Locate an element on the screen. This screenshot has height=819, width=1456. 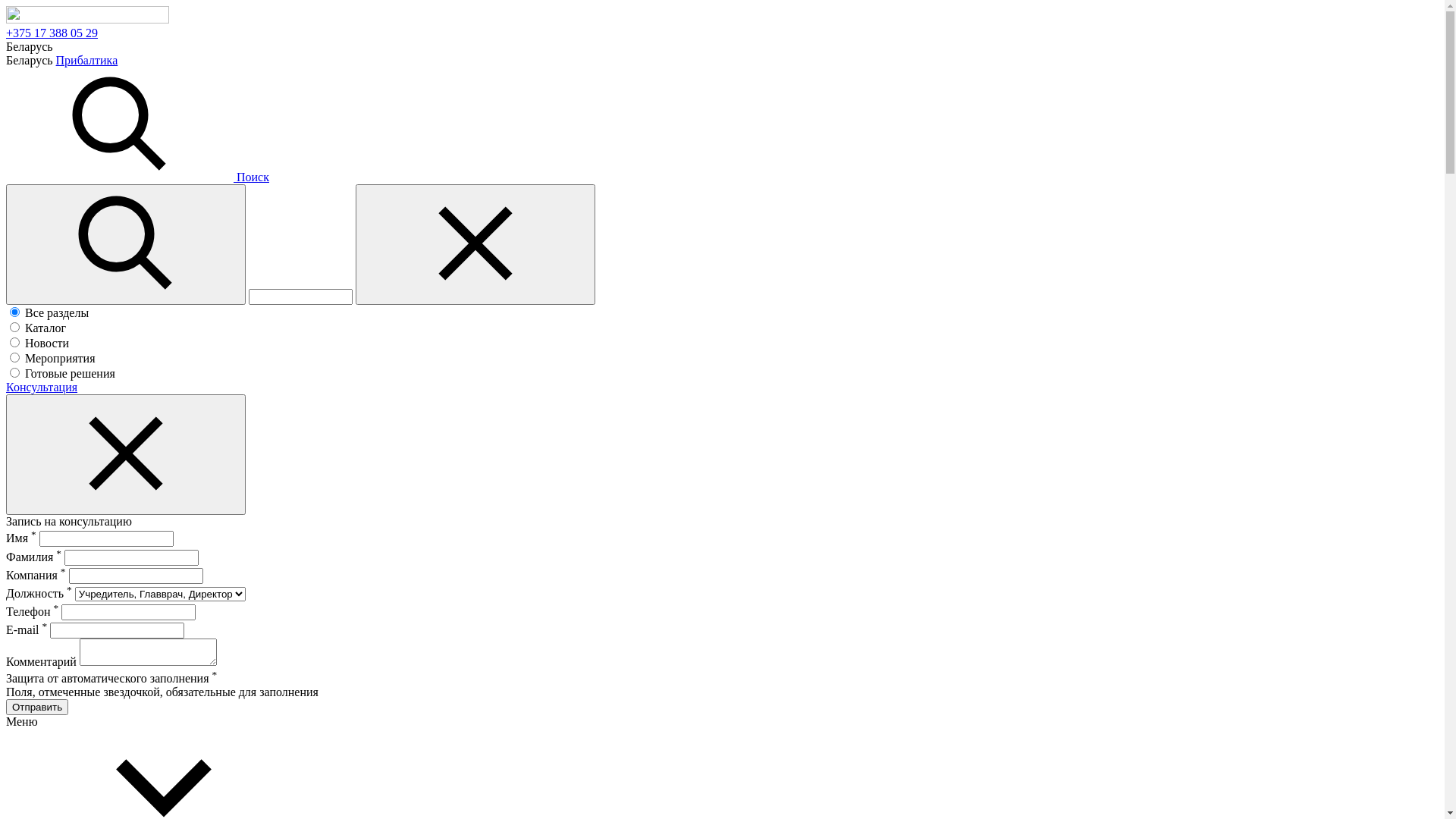
'+375 17 388 05 29' is located at coordinates (52, 33).